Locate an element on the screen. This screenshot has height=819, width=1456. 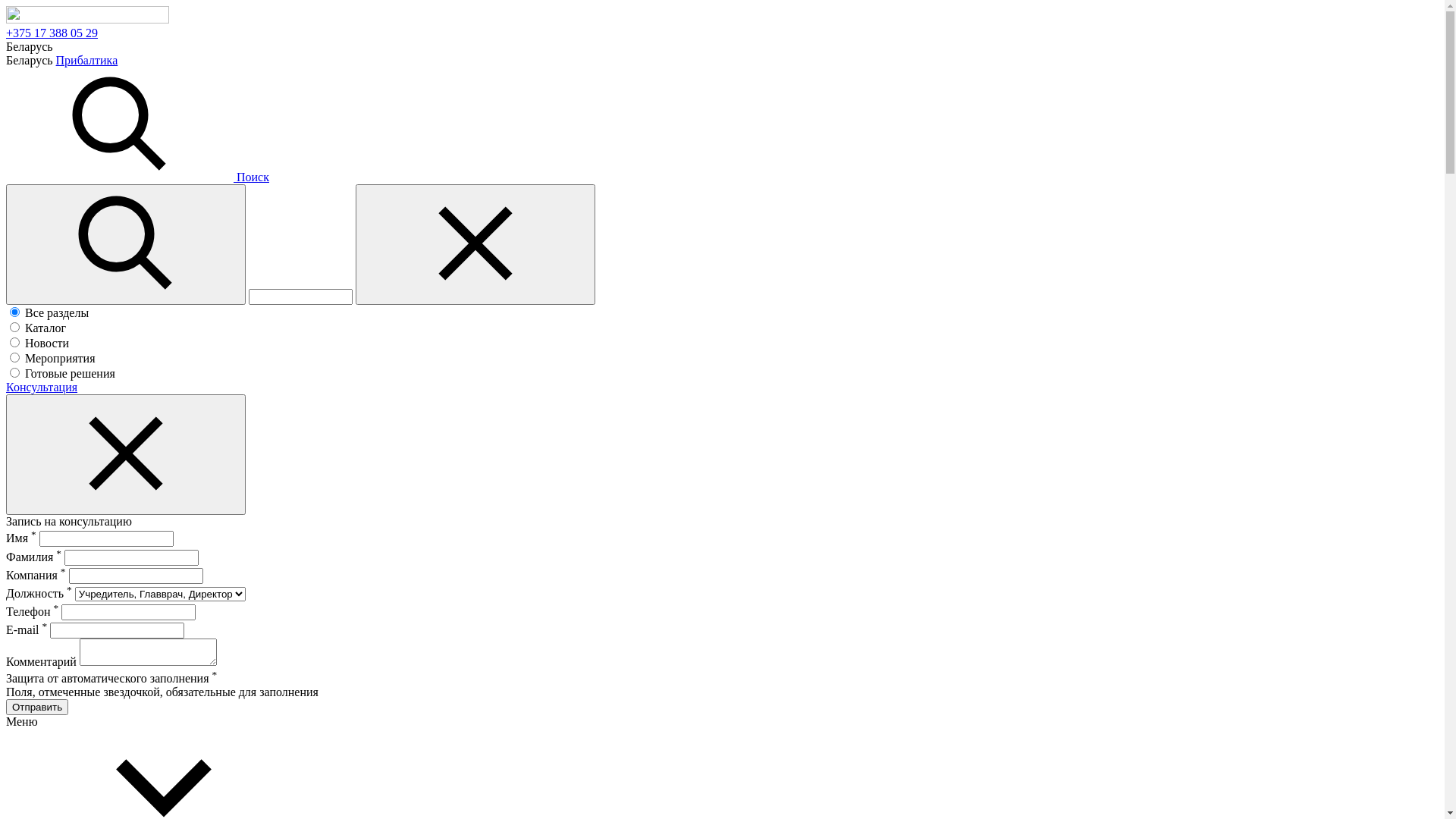
'+375 17 388 05 29' is located at coordinates (52, 33).